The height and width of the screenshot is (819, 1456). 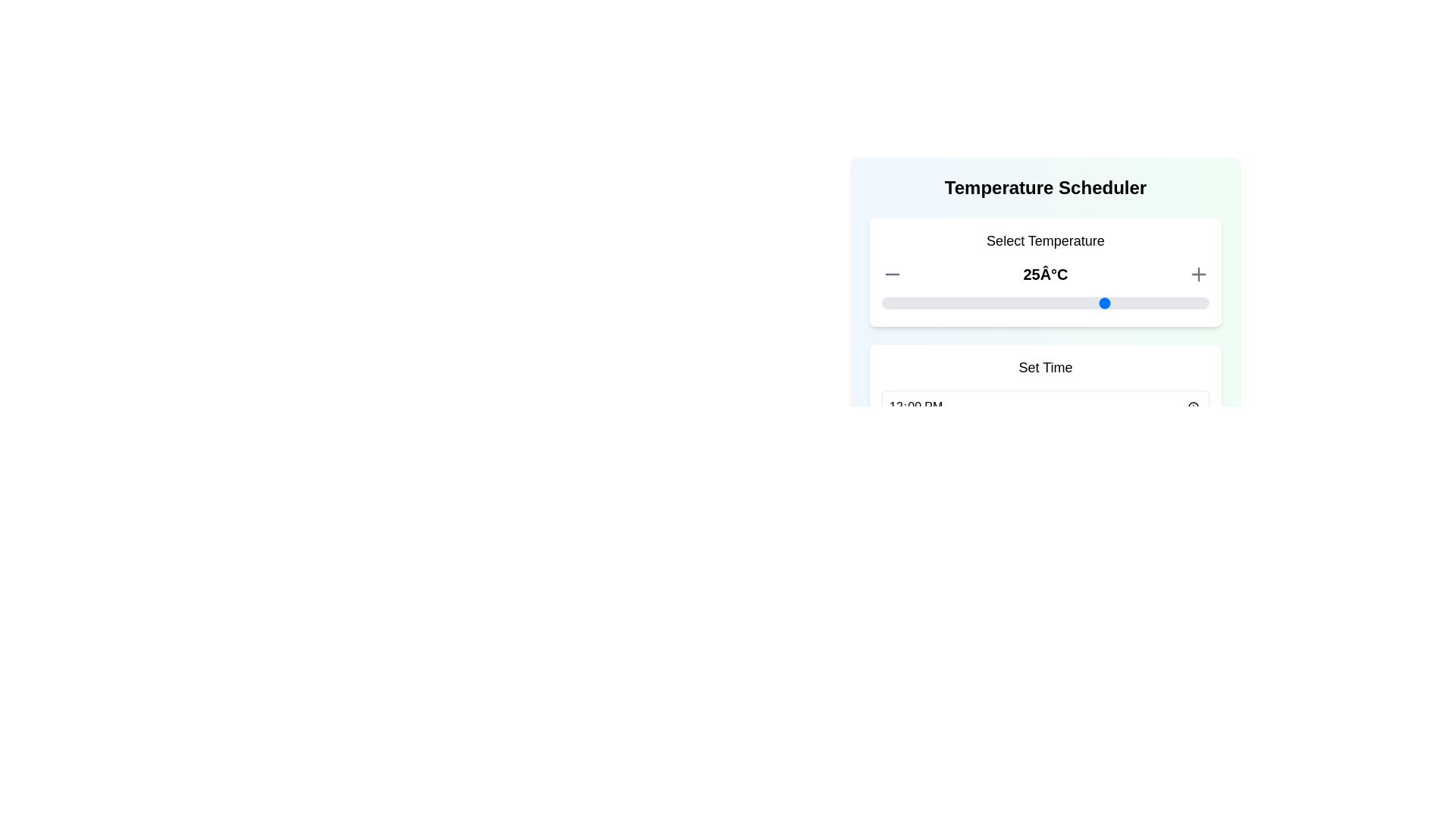 What do you see at coordinates (955, 303) in the screenshot?
I see `the temperature slider` at bounding box center [955, 303].